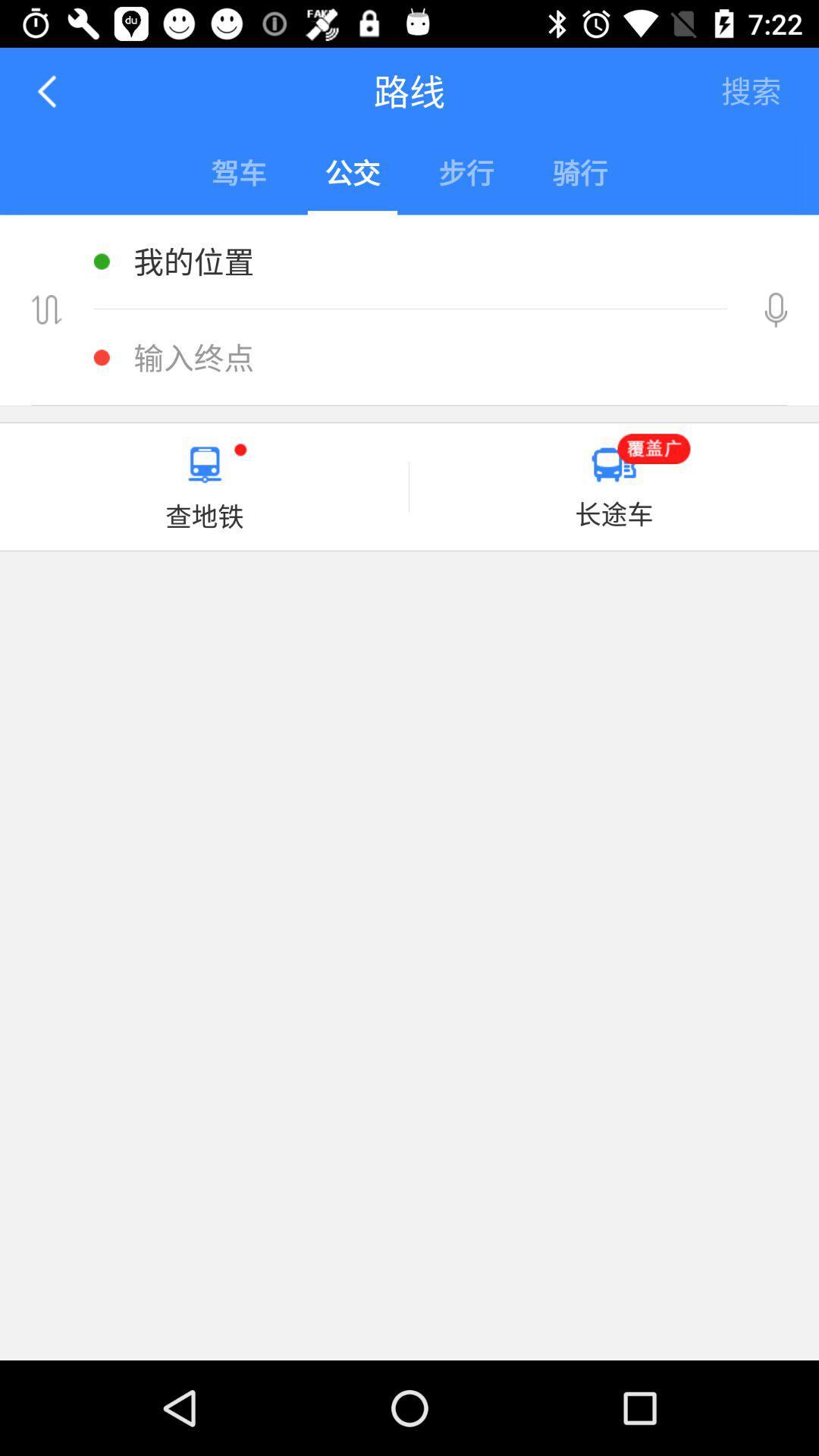 This screenshot has height=1456, width=819. What do you see at coordinates (776, 309) in the screenshot?
I see `record button` at bounding box center [776, 309].